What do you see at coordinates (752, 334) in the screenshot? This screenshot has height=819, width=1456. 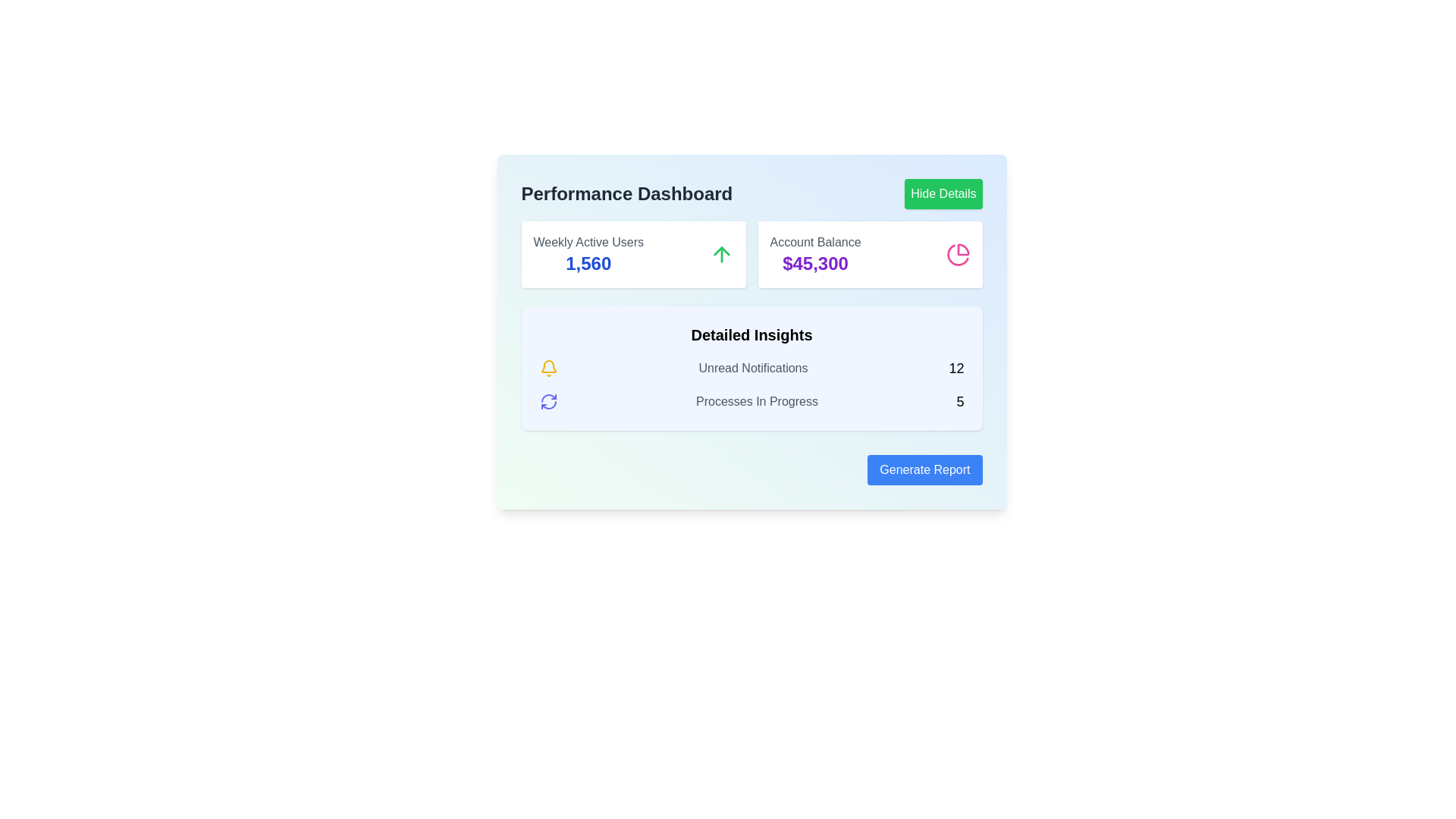 I see `the text label with the content 'Detailed Insights', which is prominently styled as a heading and centrally aligned at the top of its section` at bounding box center [752, 334].